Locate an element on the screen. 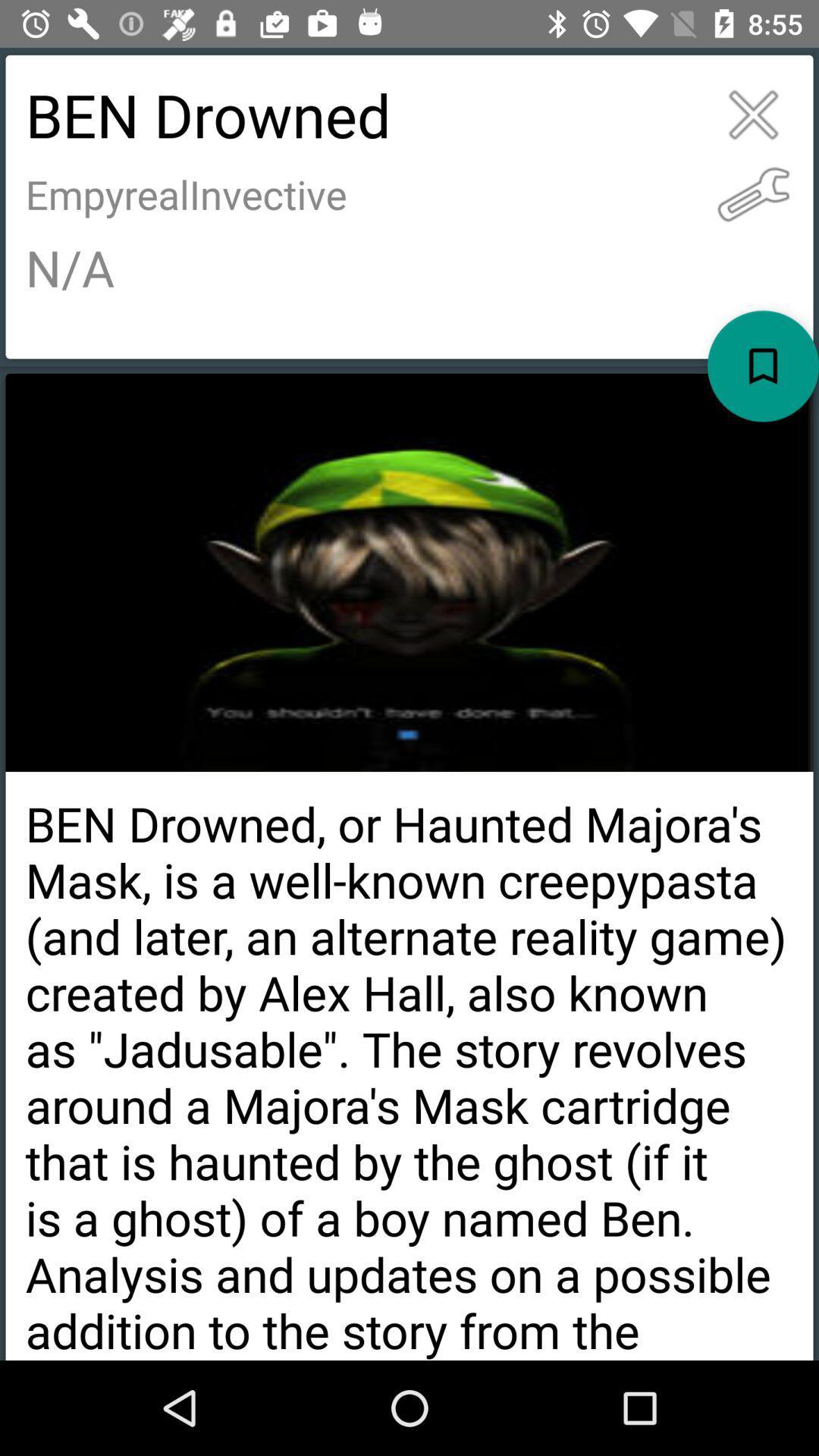 This screenshot has height=1456, width=819. icon below the ben drowned item is located at coordinates (753, 193).